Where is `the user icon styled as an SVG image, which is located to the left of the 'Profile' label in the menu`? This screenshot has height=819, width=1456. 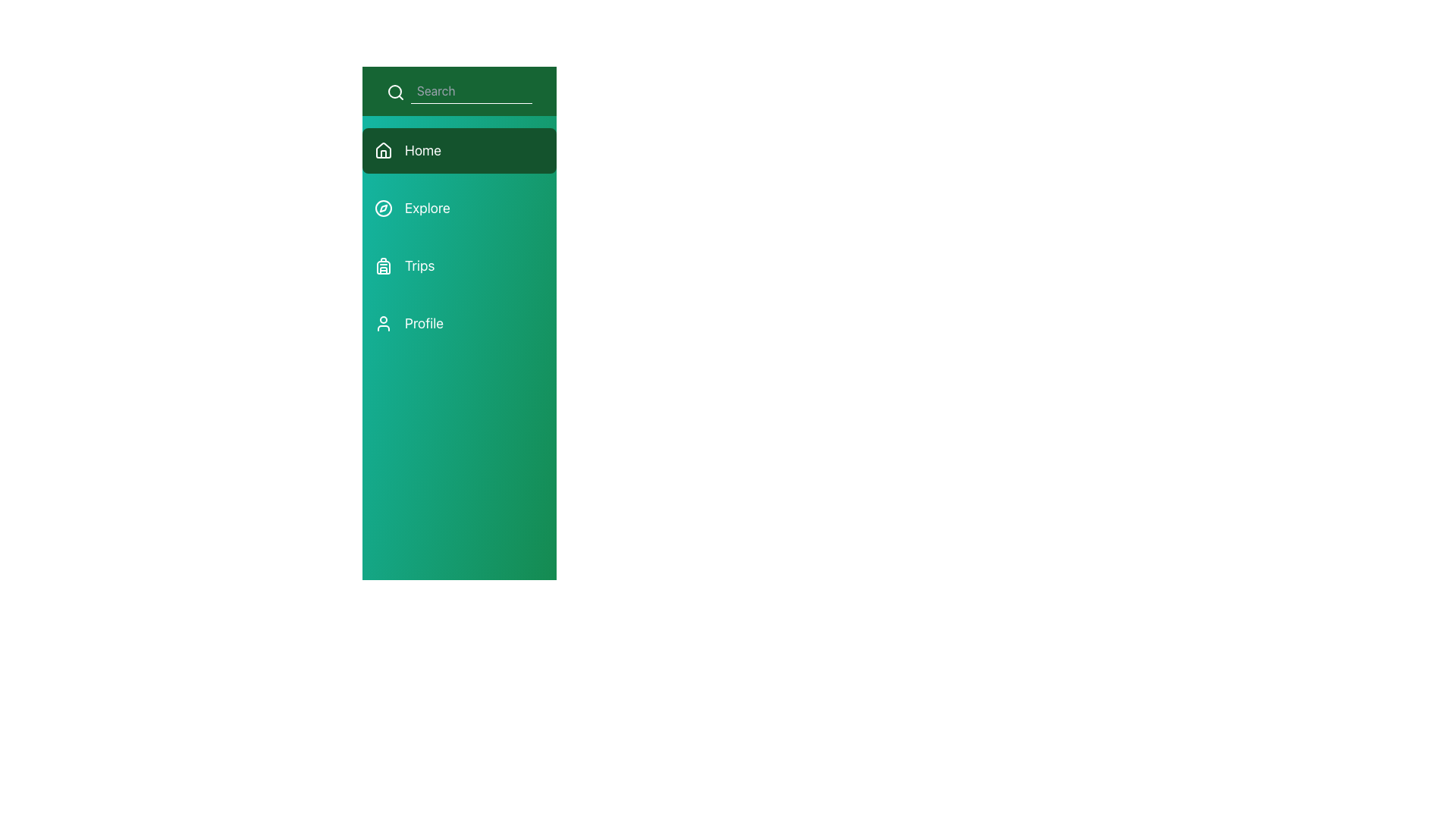 the user icon styled as an SVG image, which is located to the left of the 'Profile' label in the menu is located at coordinates (383, 323).